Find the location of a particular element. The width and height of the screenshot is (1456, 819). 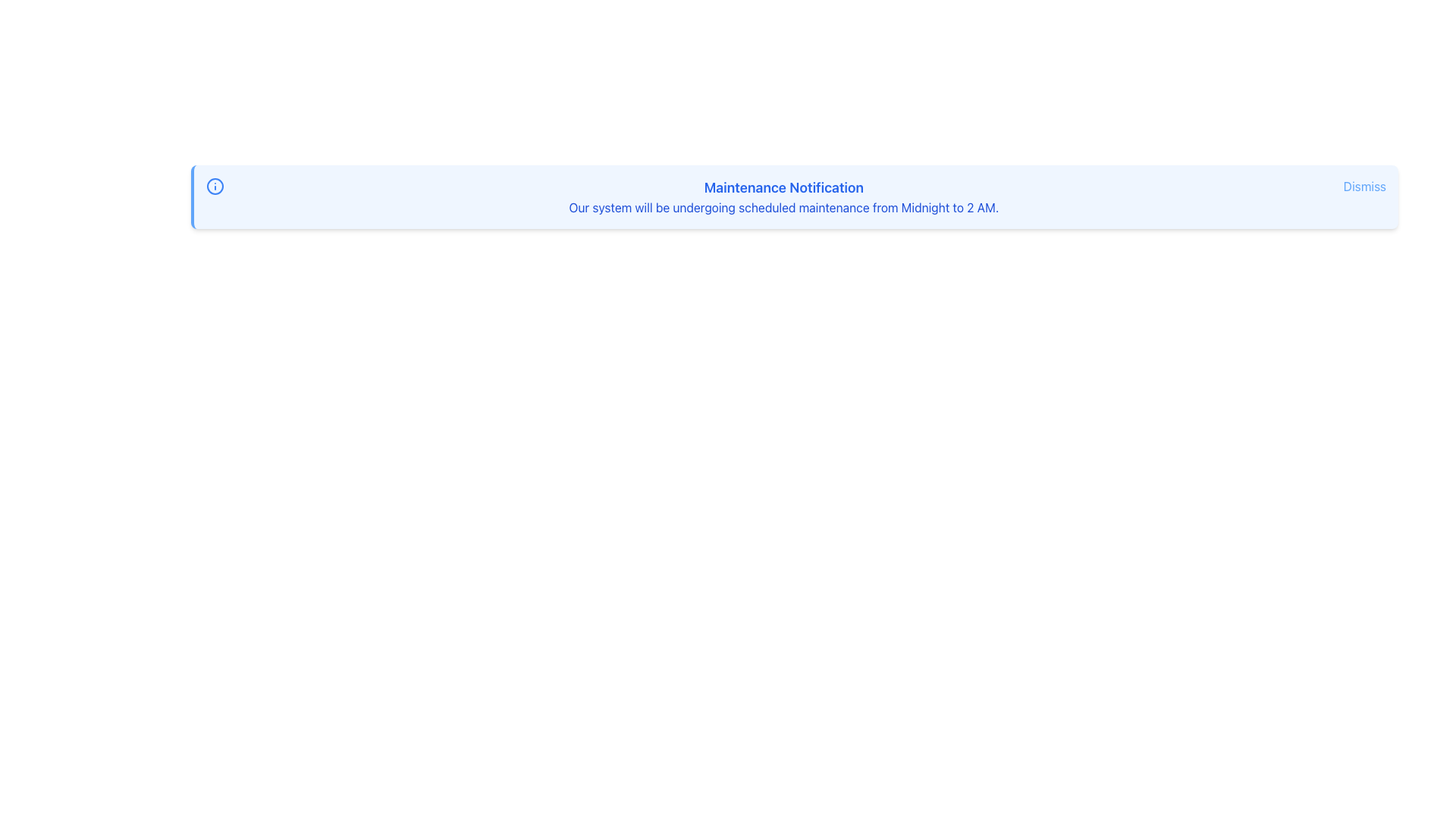

the 'Dismiss' link styled with a blue font color in the notification bar is located at coordinates (1364, 186).